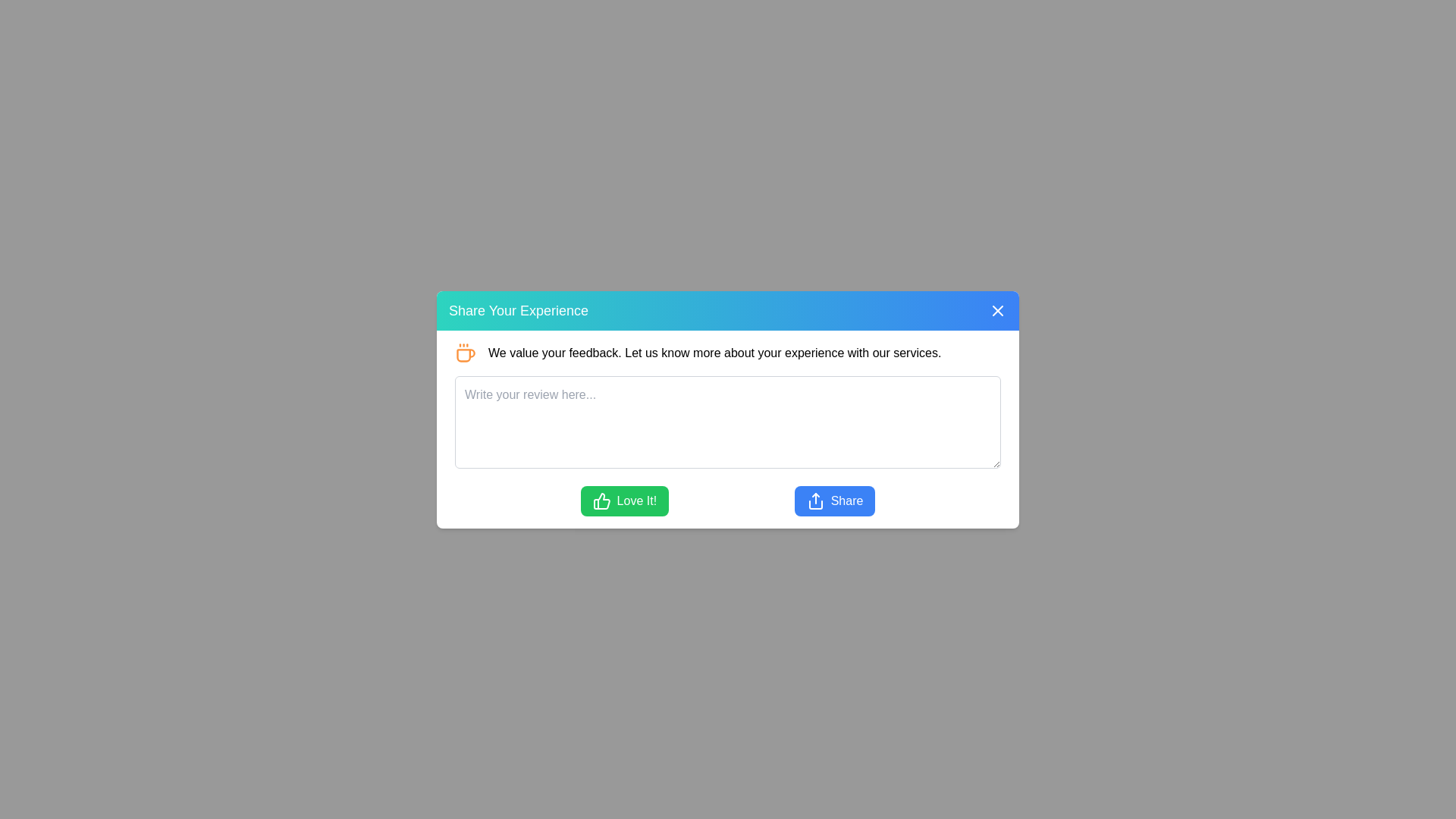 This screenshot has height=819, width=1456. What do you see at coordinates (997, 309) in the screenshot?
I see `the Close icon button represented by a diagonal cross mark ('x') with rounded ends` at bounding box center [997, 309].